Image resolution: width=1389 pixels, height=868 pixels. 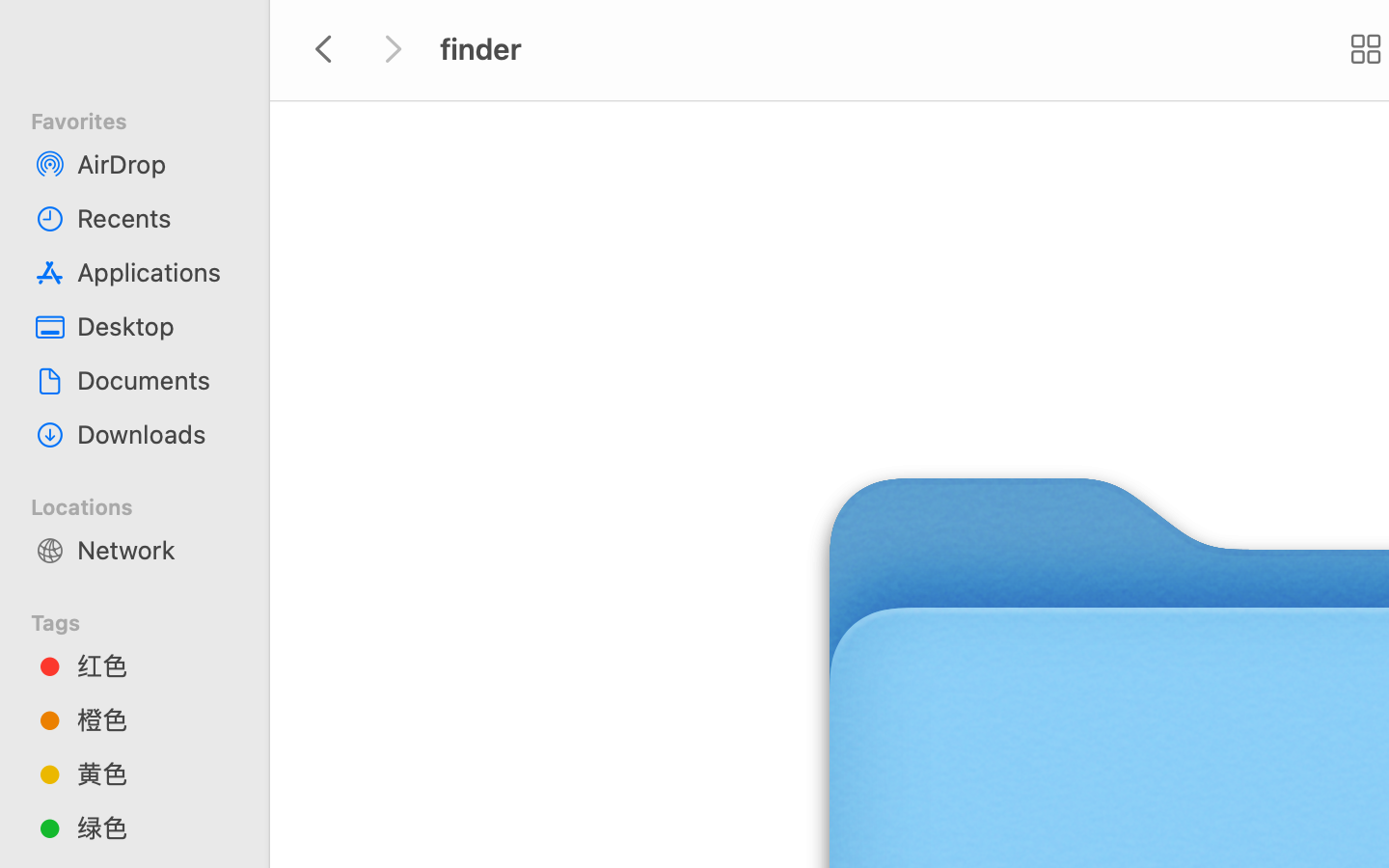 I want to click on 'Locations', so click(x=145, y=502).